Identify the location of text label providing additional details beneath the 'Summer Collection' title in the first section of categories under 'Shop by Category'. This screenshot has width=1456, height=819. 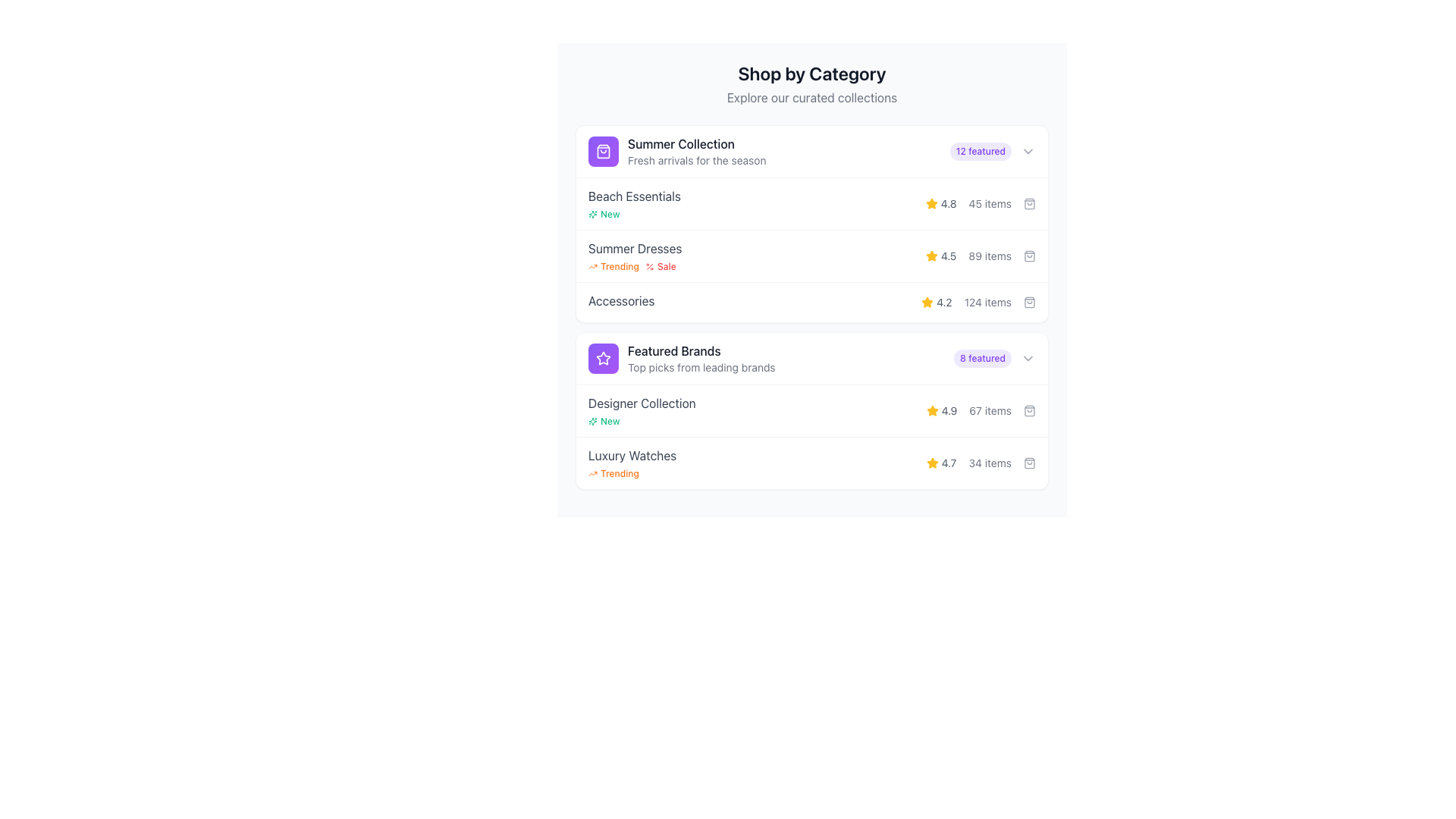
(696, 161).